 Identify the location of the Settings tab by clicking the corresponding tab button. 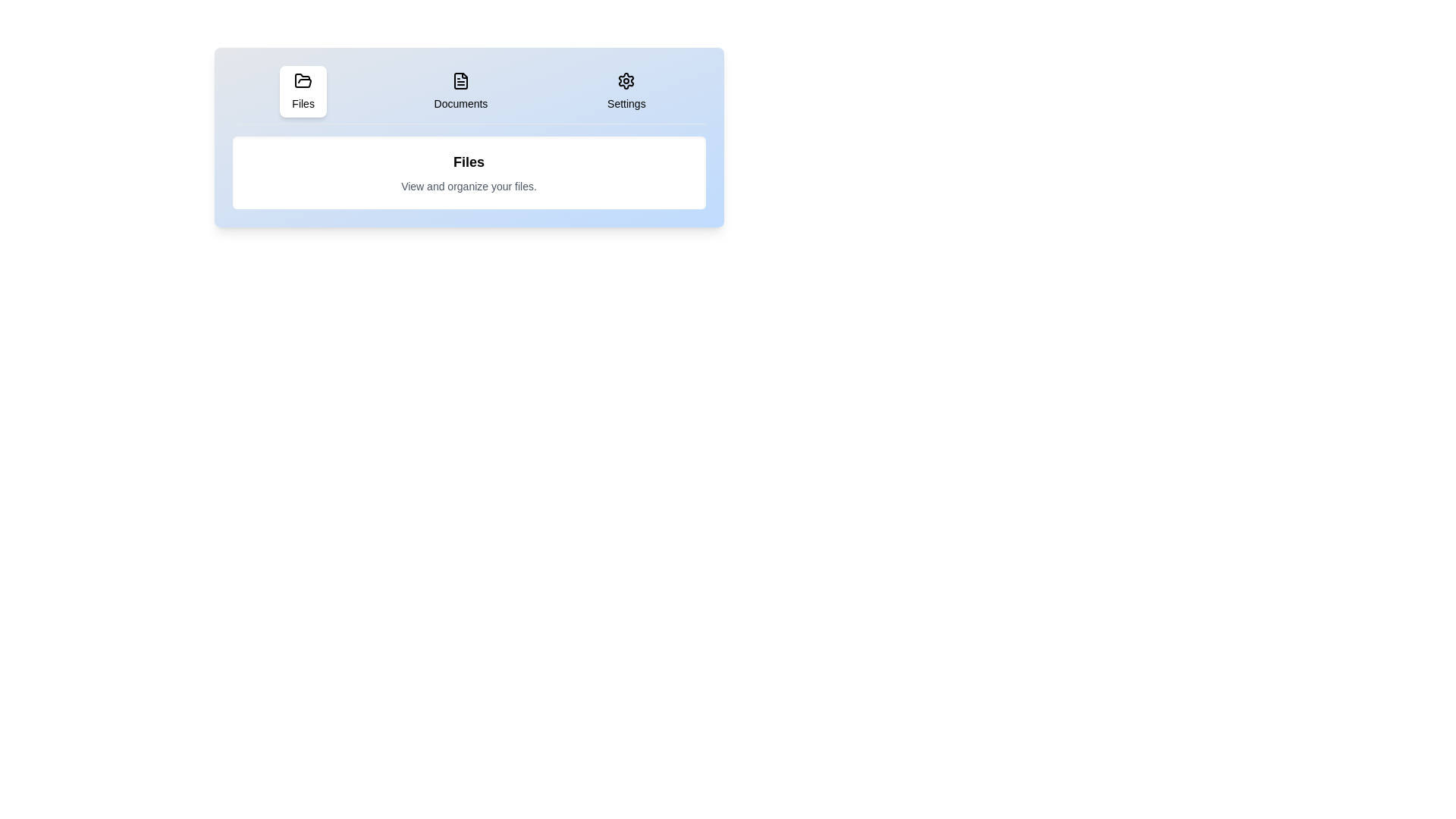
(626, 91).